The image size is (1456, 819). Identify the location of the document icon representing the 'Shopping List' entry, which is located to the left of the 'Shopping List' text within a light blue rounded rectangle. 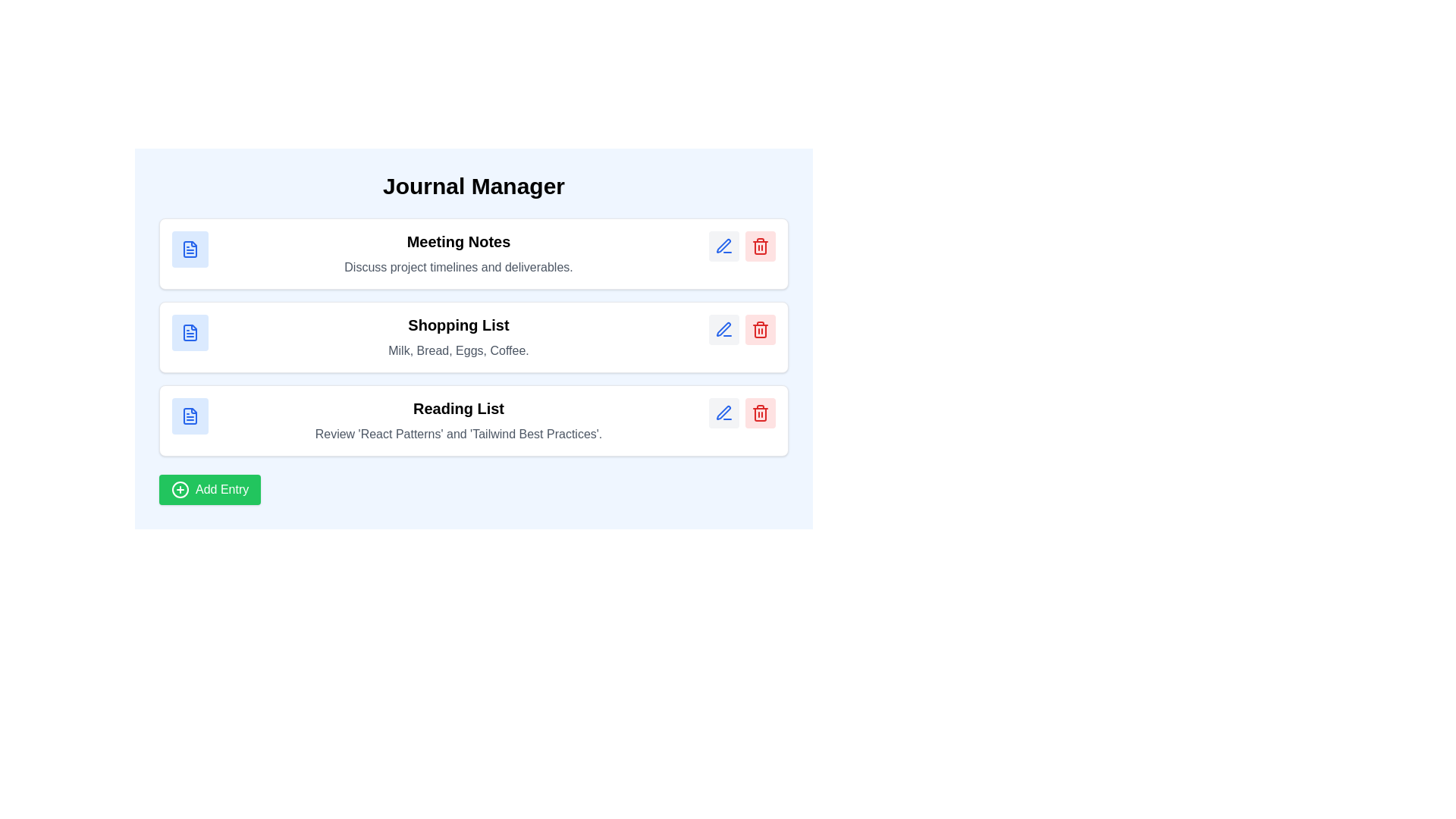
(189, 332).